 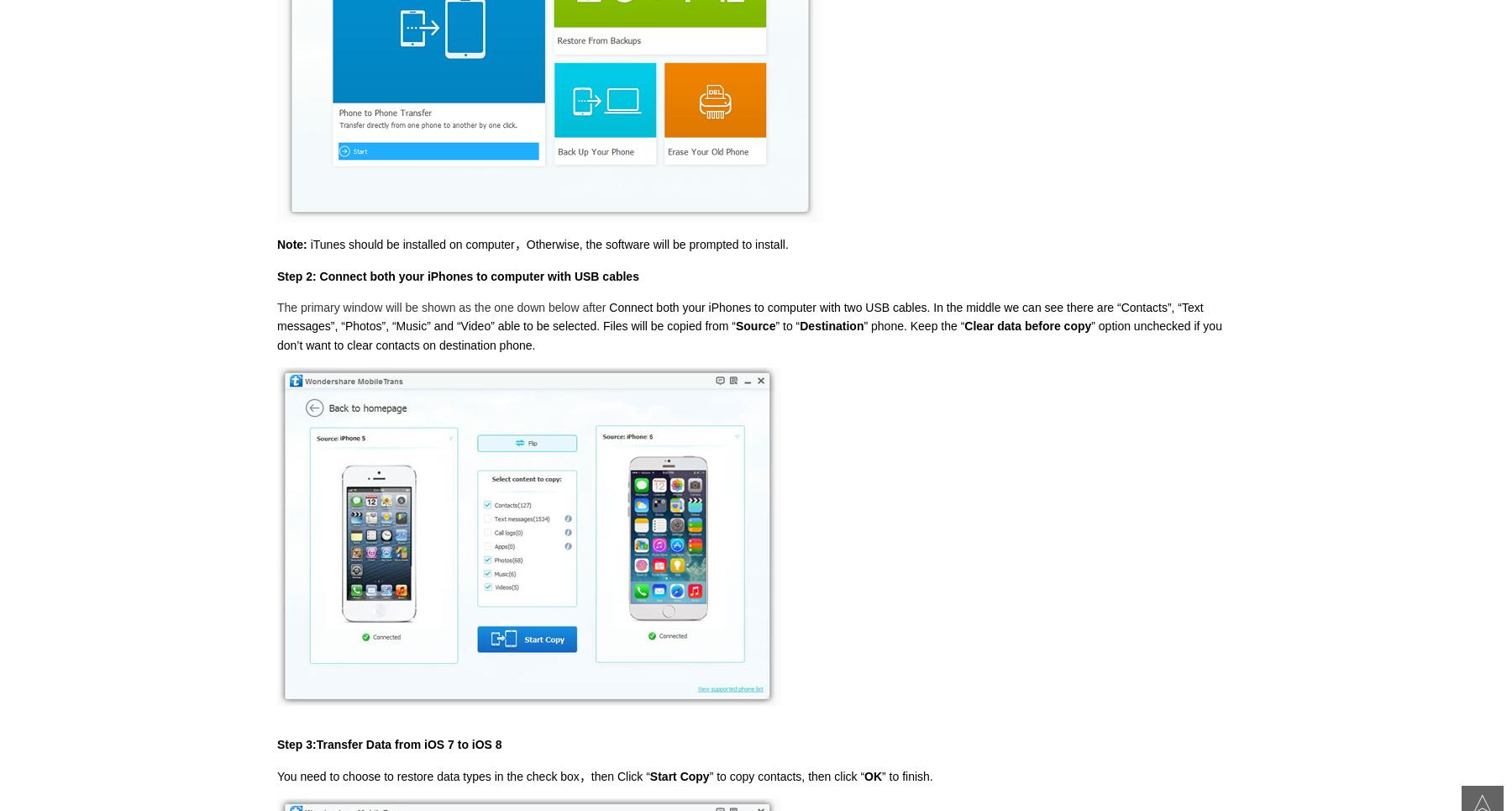 I want to click on '” option unchecked if you don’t want to clear contacts on destination phone.', so click(x=276, y=334).